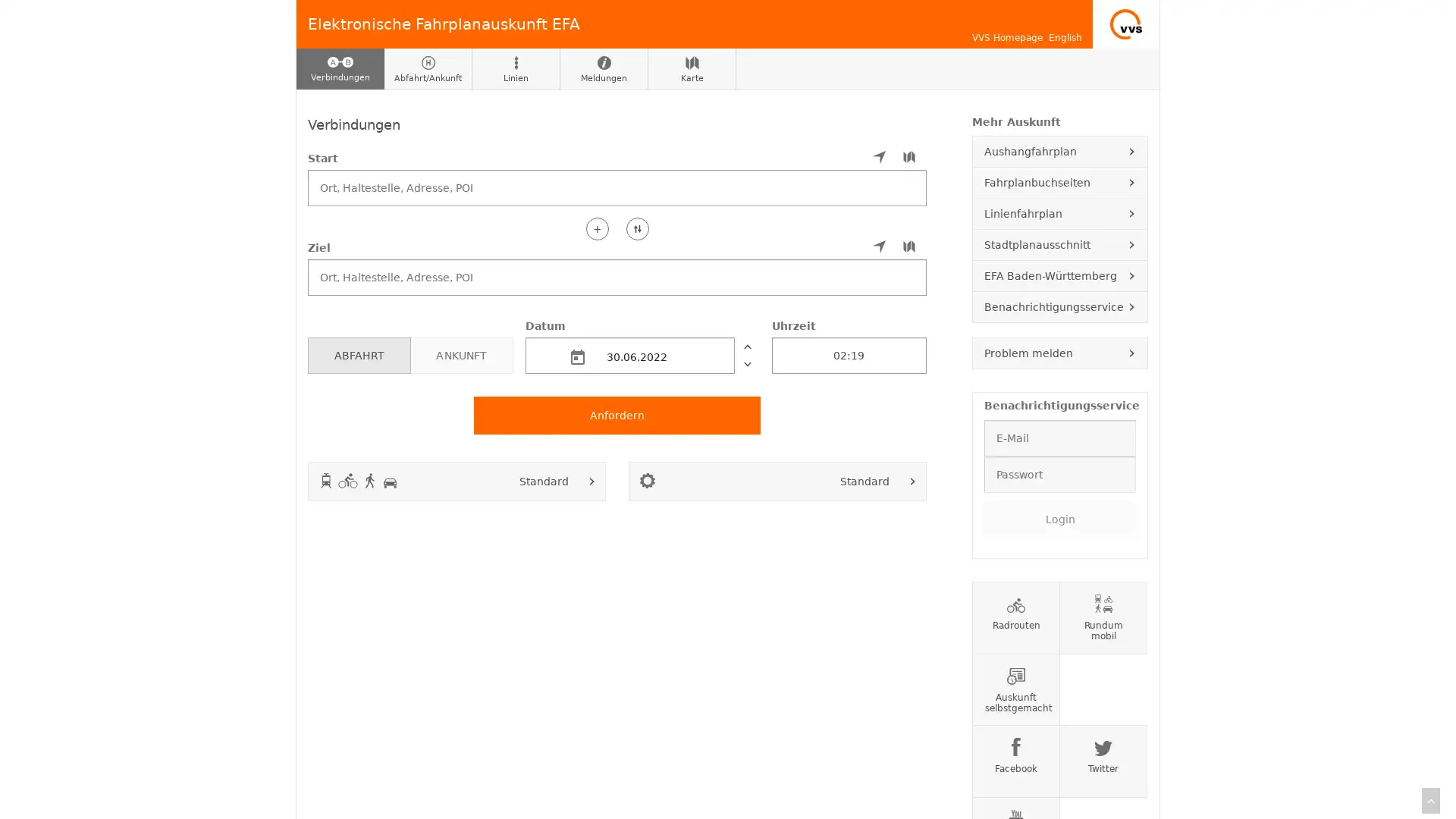 Image resolution: width=1456 pixels, height=819 pixels. I want to click on Anfordern, so click(617, 415).